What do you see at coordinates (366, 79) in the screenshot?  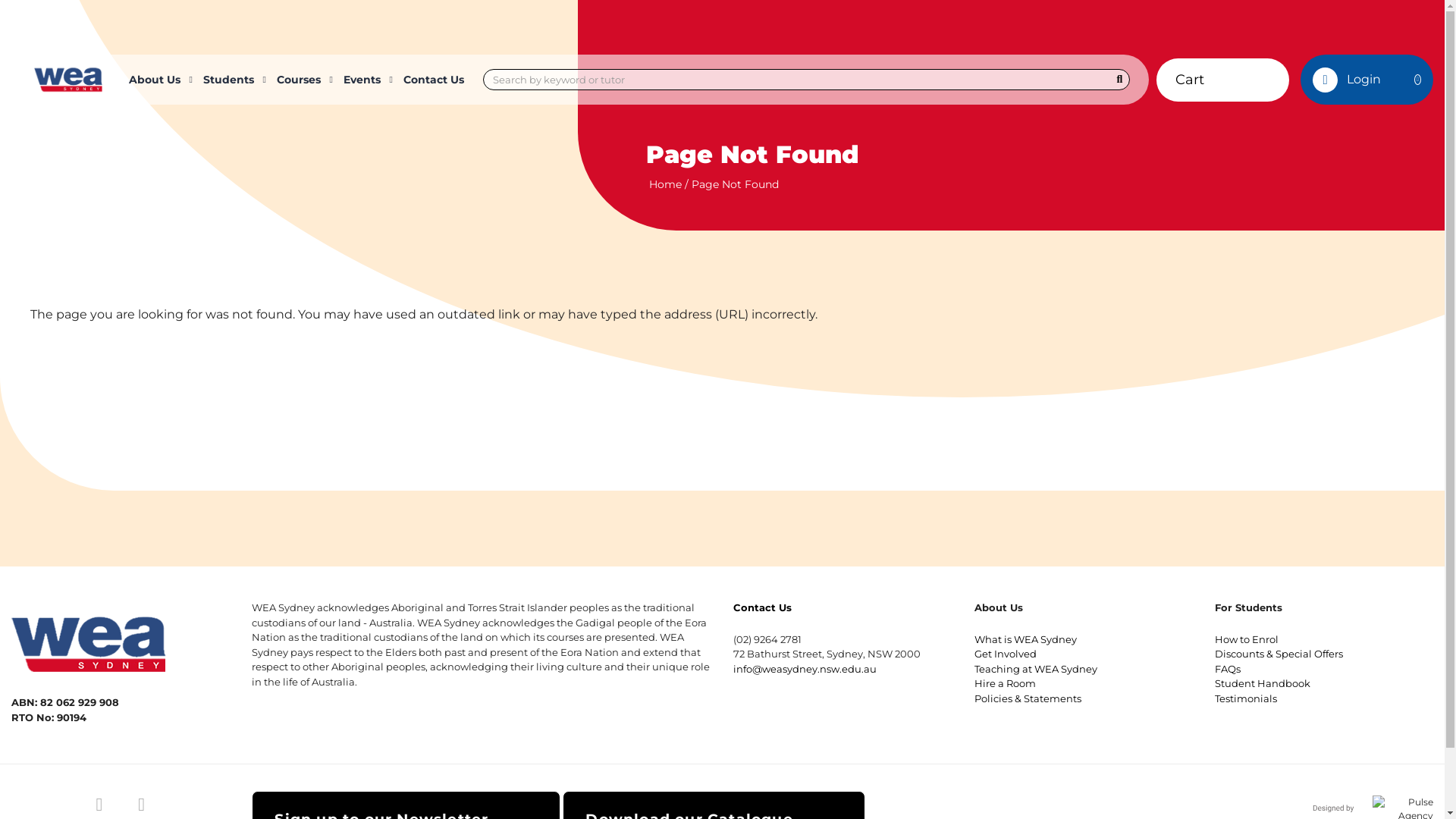 I see `'Events'` at bounding box center [366, 79].